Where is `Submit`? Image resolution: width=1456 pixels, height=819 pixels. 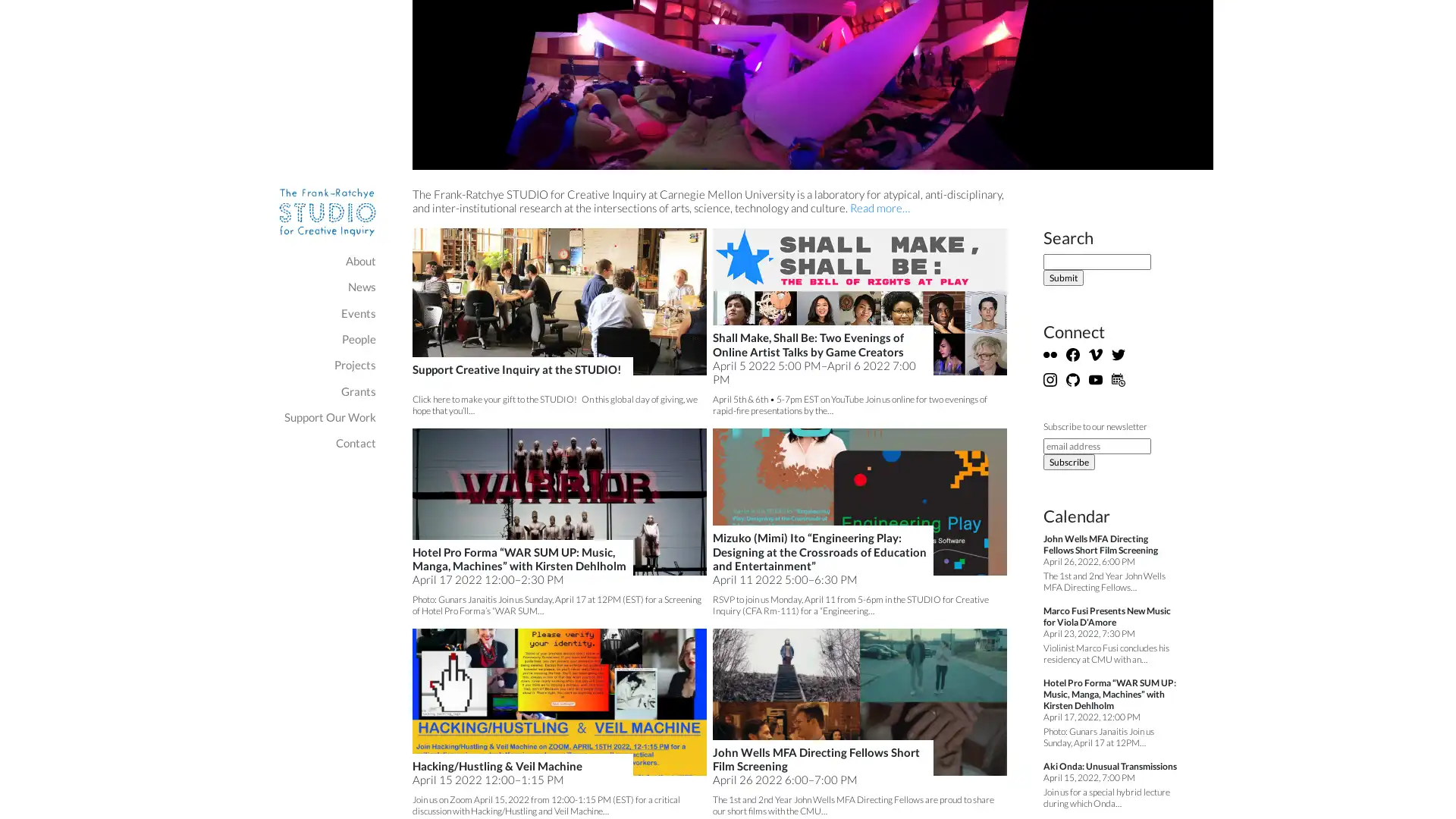
Submit is located at coordinates (1062, 278).